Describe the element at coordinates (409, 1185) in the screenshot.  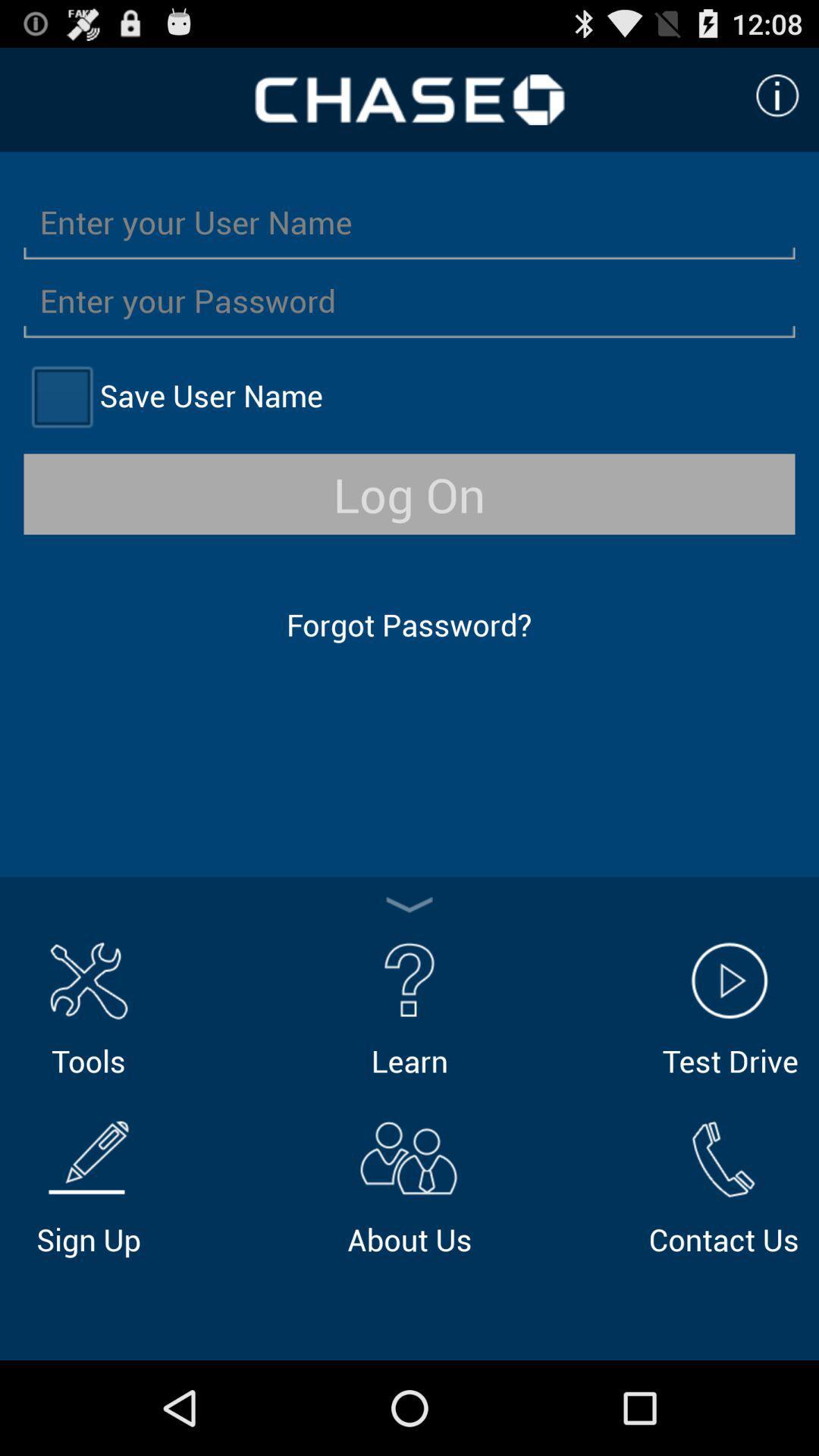
I see `icon below learn icon` at that location.